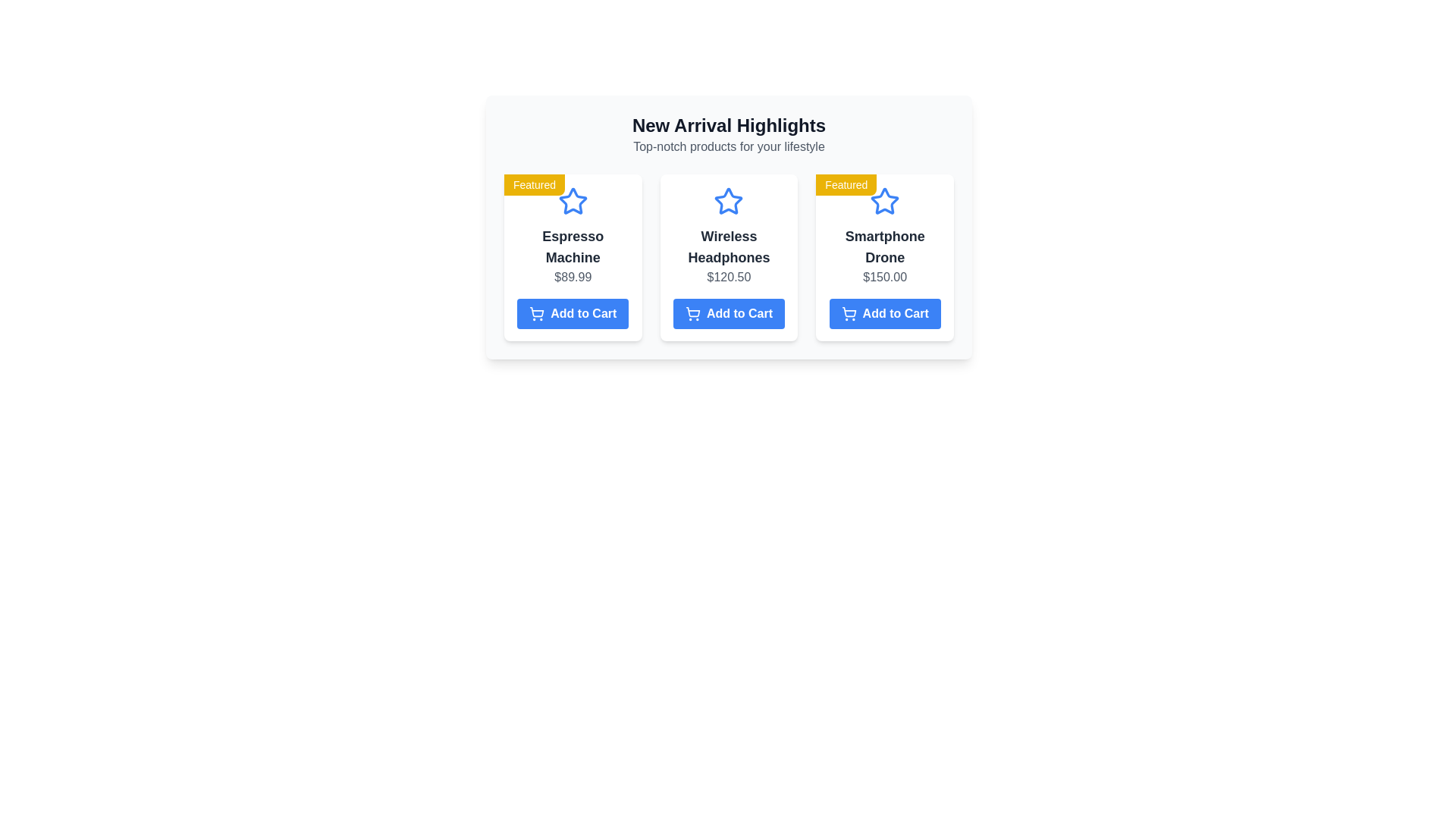 The width and height of the screenshot is (1456, 819). Describe the element at coordinates (885, 201) in the screenshot. I see `the Decorative icon located beneath the 'Featured' label in the 'Smartphone Drone' product card, which indicates a featured status` at that location.